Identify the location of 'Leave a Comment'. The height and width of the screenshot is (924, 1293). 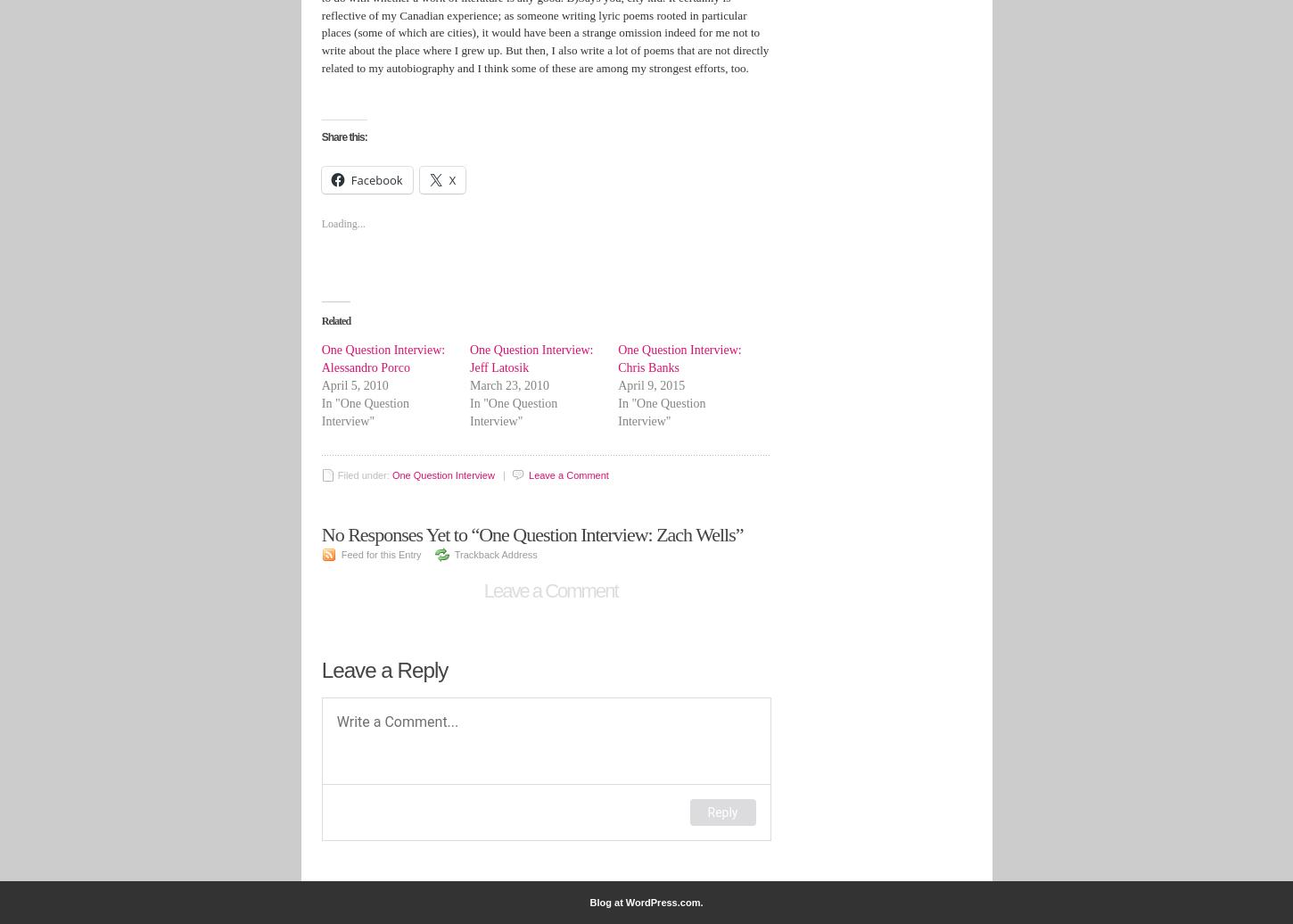
(548, 590).